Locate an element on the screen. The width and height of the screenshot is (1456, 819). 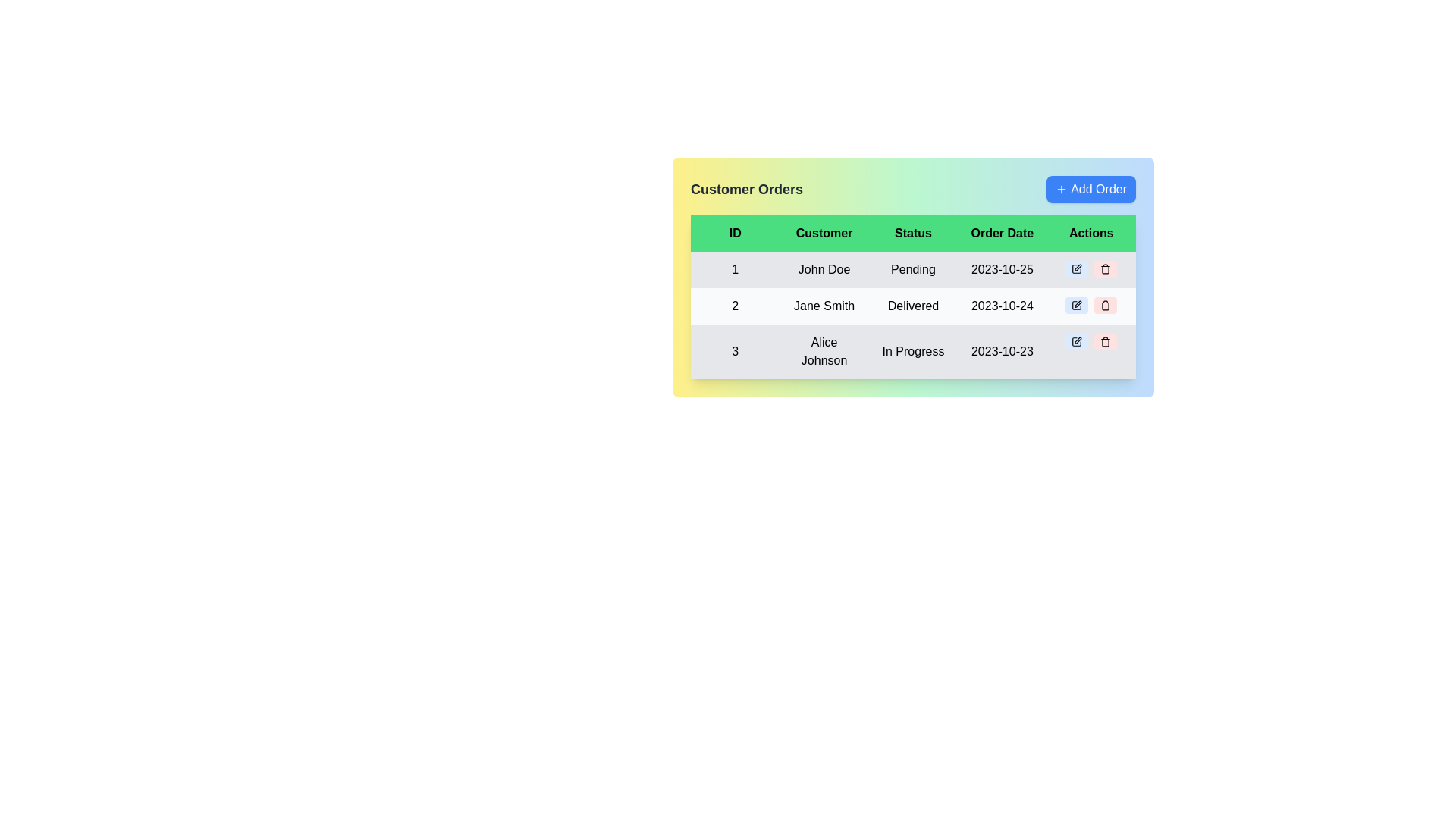
the trash icon located is located at coordinates (1106, 269).